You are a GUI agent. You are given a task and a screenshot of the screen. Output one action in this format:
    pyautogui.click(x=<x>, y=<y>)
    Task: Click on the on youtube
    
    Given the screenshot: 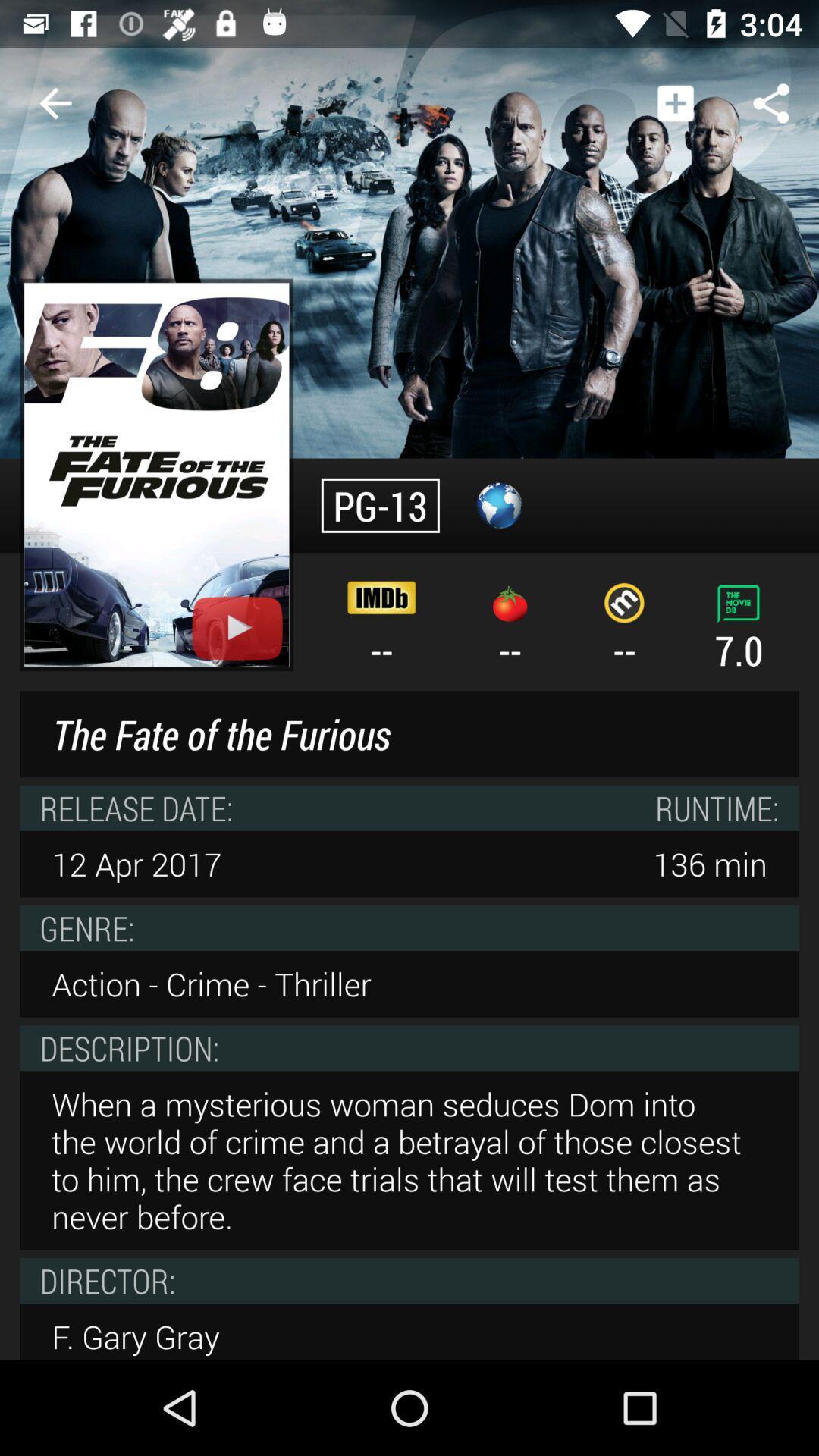 What is the action you would take?
    pyautogui.click(x=237, y=628)
    